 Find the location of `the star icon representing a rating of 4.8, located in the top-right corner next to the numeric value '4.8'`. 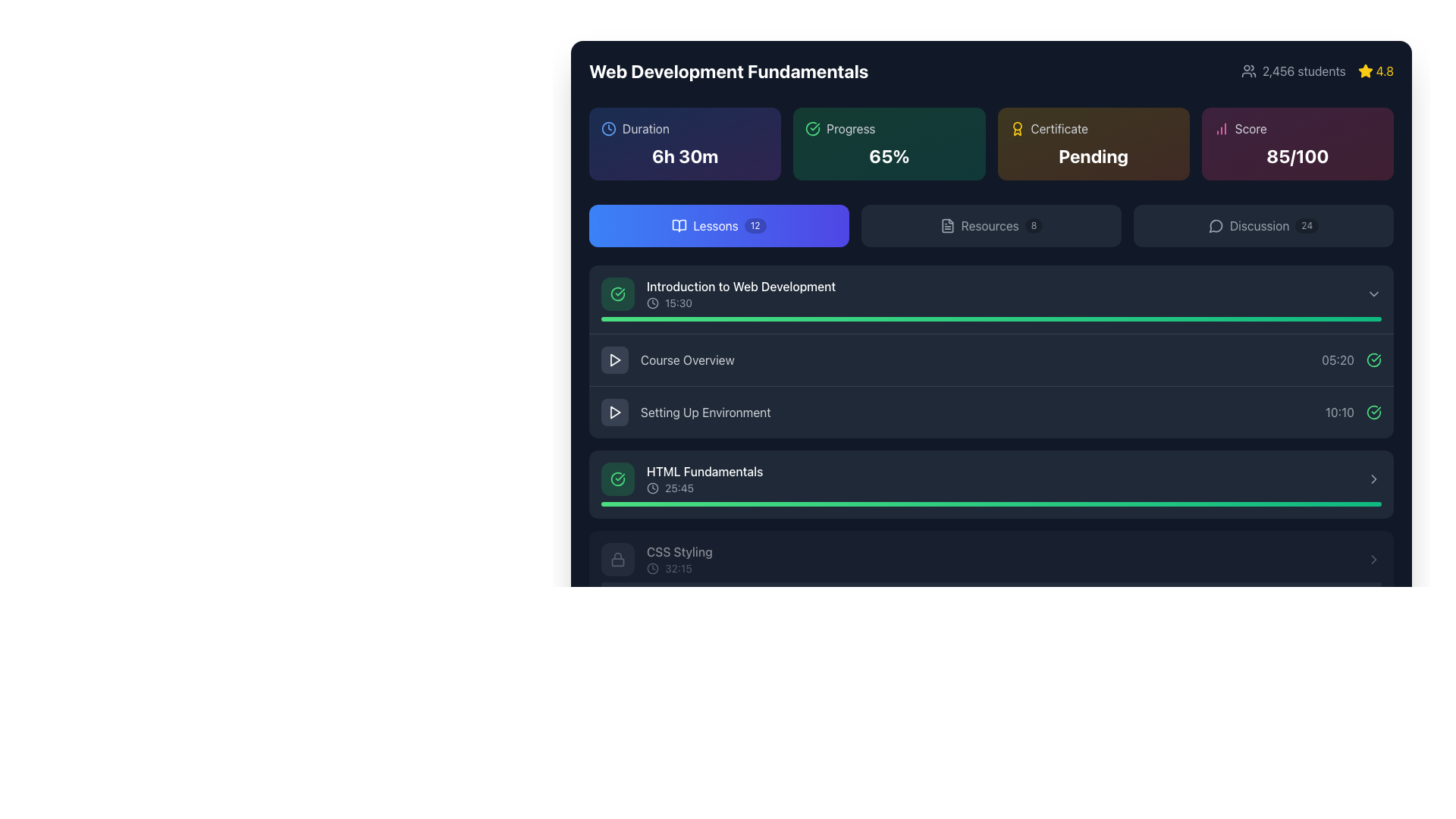

the star icon representing a rating of 4.8, located in the top-right corner next to the numeric value '4.8' is located at coordinates (1365, 71).